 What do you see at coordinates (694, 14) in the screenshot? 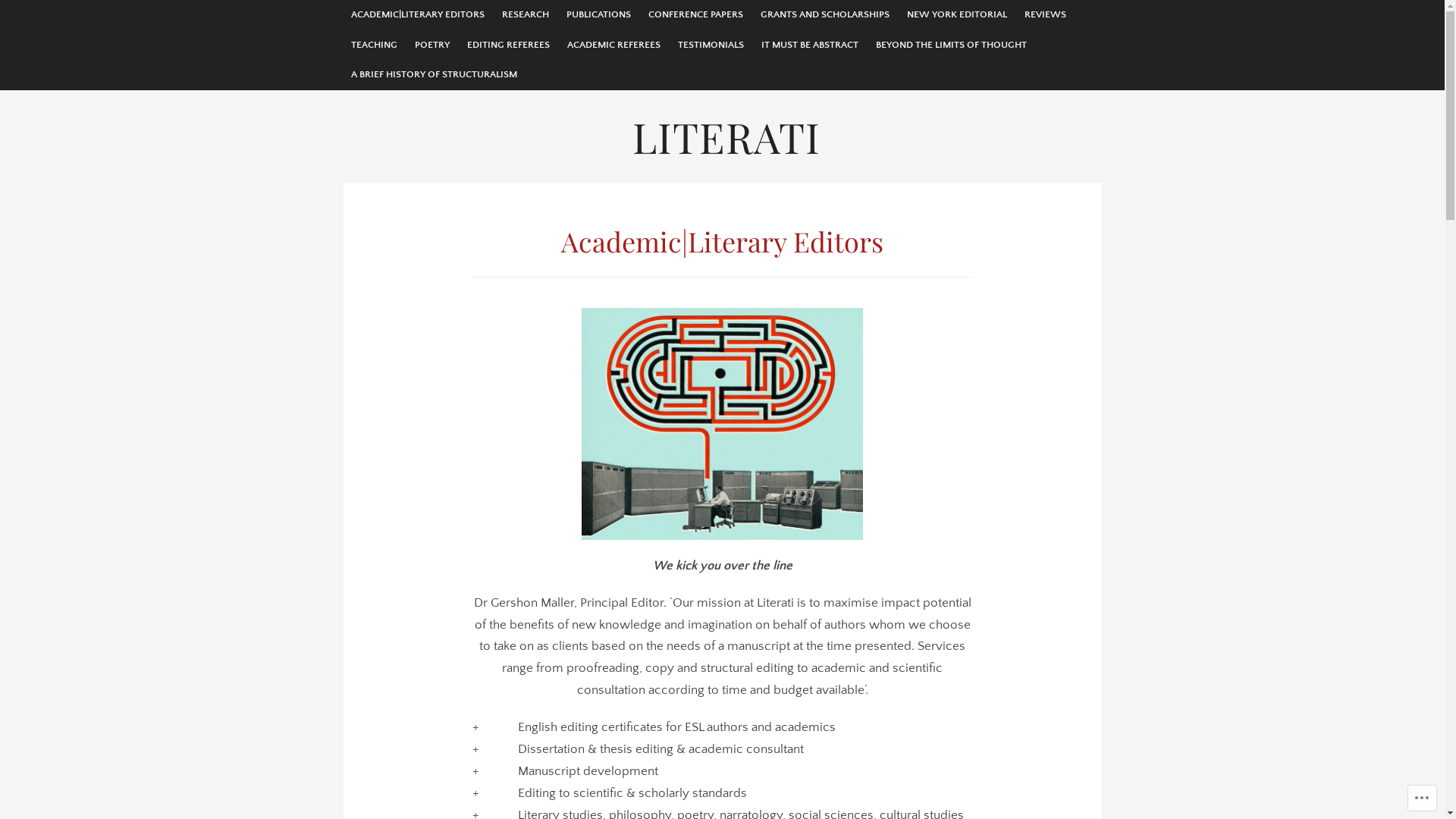
I see `'CONFERENCE PAPERS'` at bounding box center [694, 14].